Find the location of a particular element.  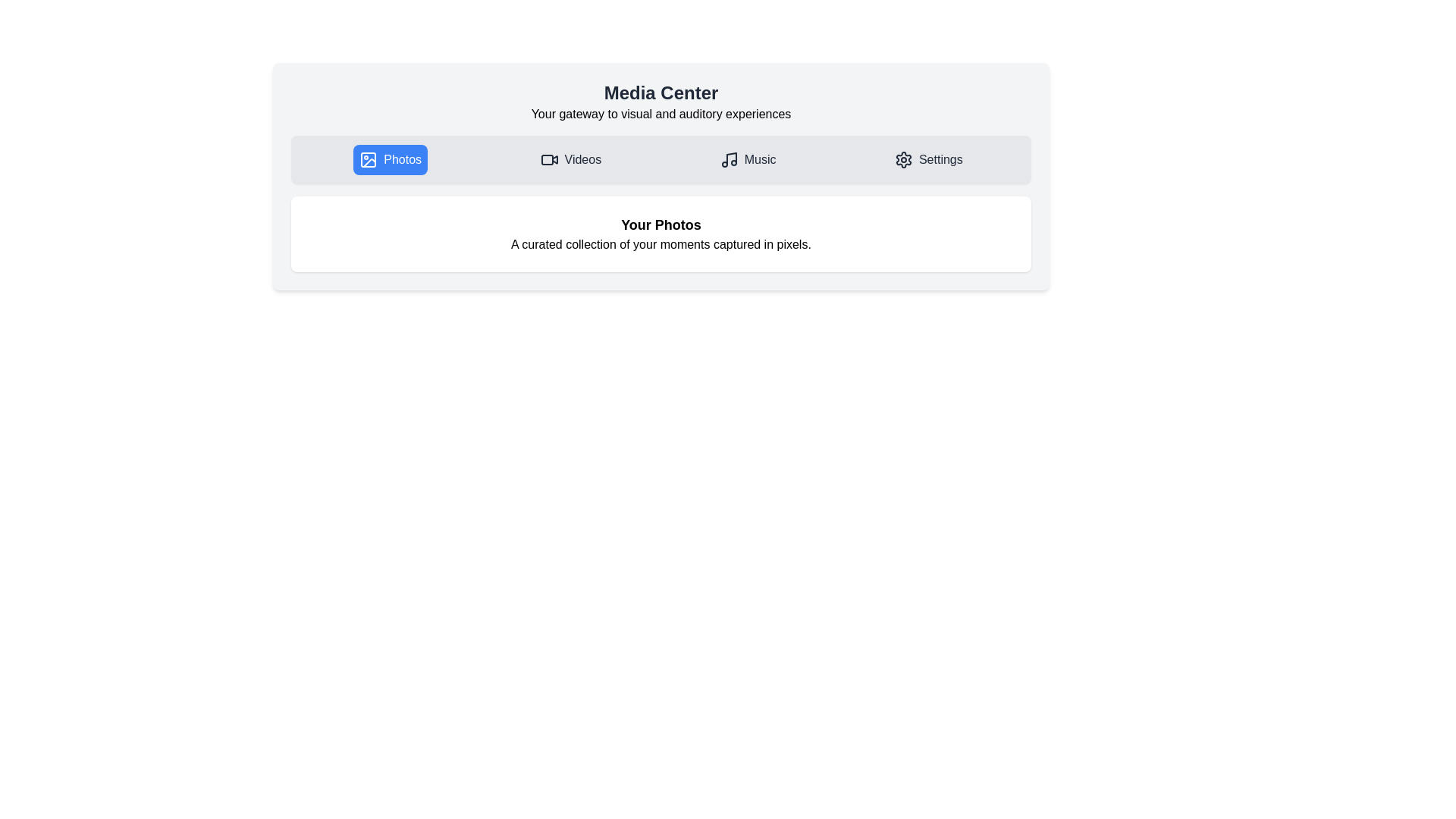

the 'Music' button located in the horizontal menu, which has a music note icon and gray background is located at coordinates (748, 160).